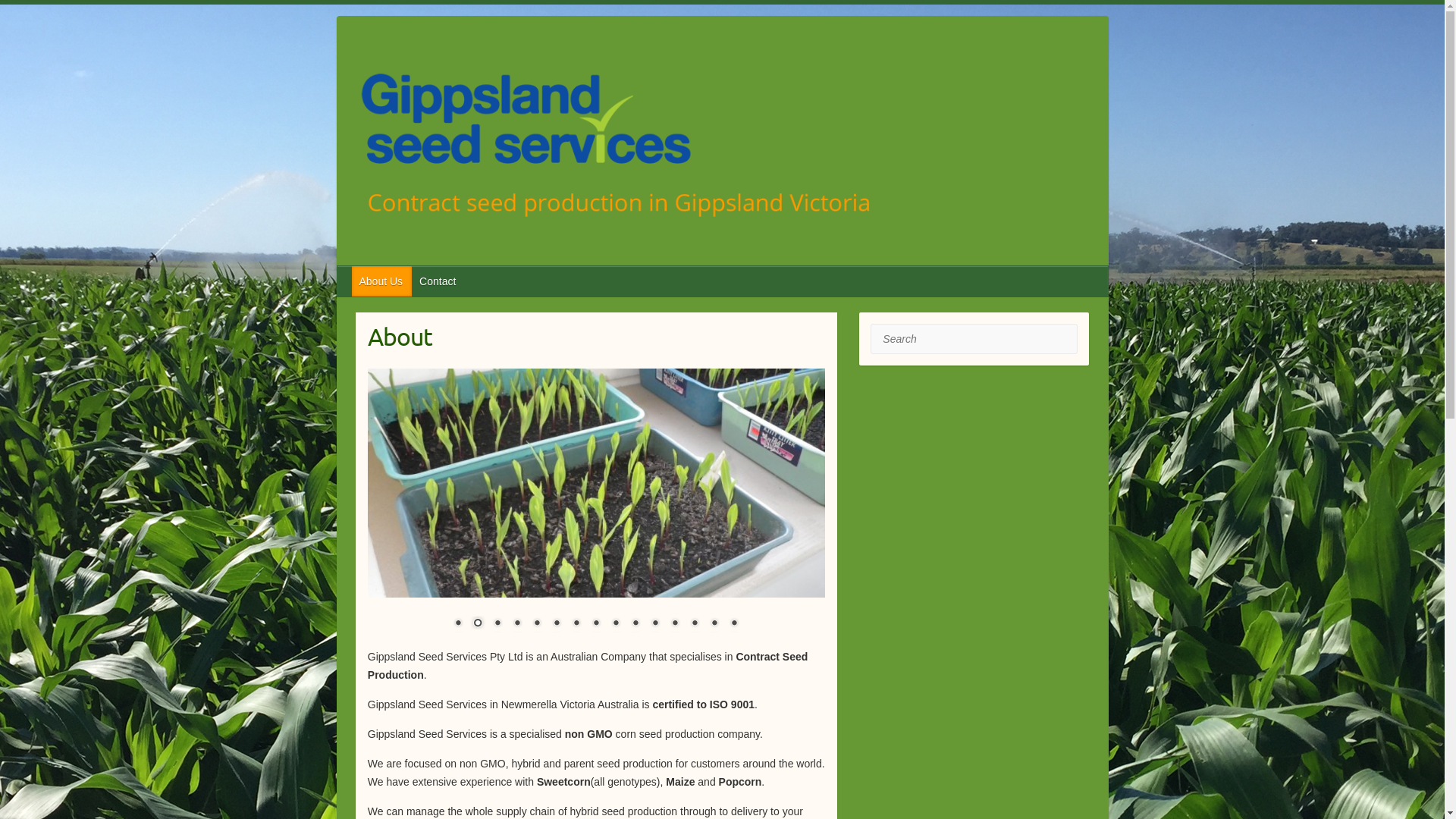 The width and height of the screenshot is (1456, 819). Describe the element at coordinates (476, 623) in the screenshot. I see `'2'` at that location.